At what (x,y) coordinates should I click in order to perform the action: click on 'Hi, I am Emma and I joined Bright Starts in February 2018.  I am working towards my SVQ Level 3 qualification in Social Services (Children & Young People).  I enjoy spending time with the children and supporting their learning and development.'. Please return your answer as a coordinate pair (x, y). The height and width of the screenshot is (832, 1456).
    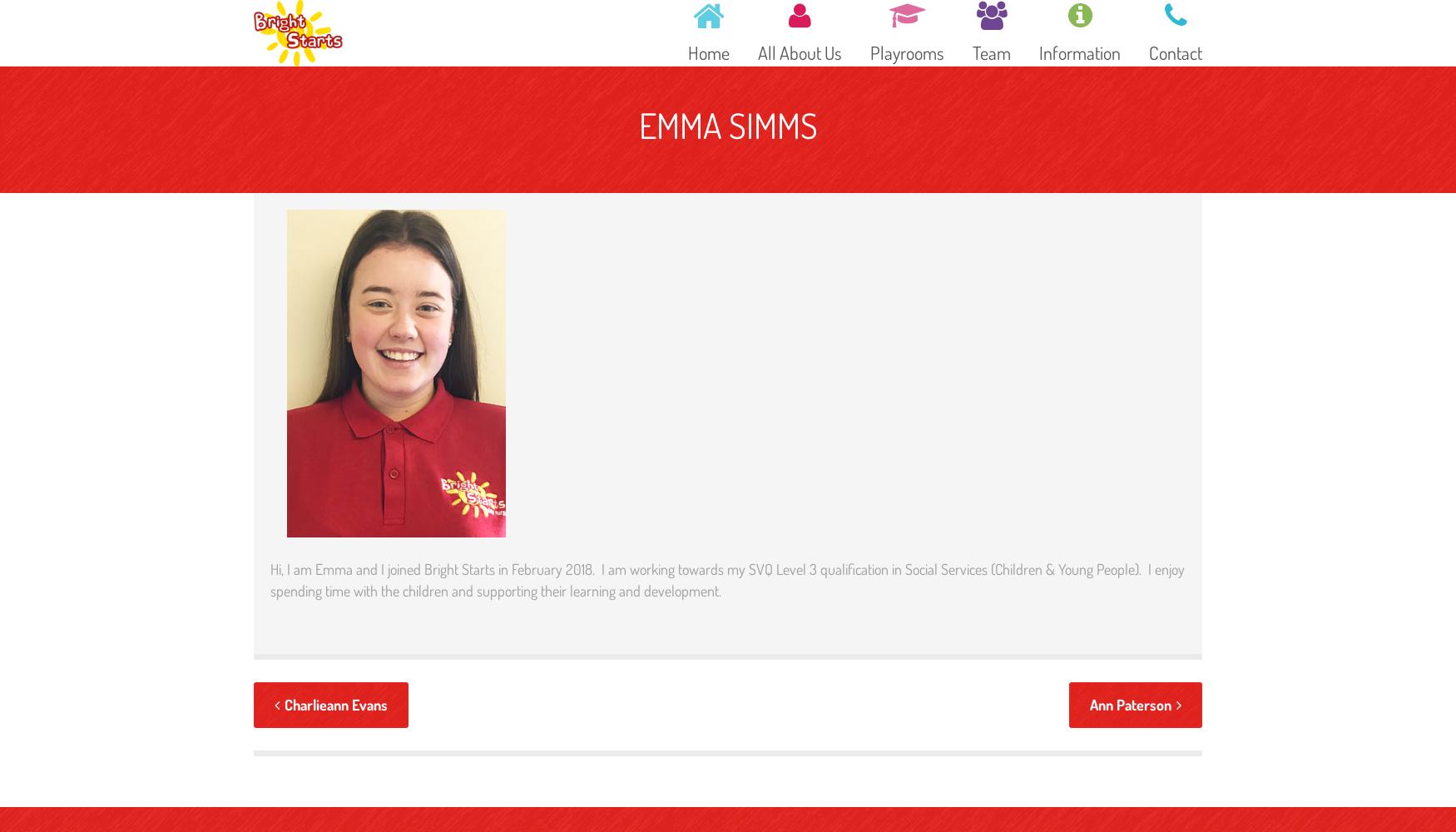
    Looking at the image, I should click on (727, 579).